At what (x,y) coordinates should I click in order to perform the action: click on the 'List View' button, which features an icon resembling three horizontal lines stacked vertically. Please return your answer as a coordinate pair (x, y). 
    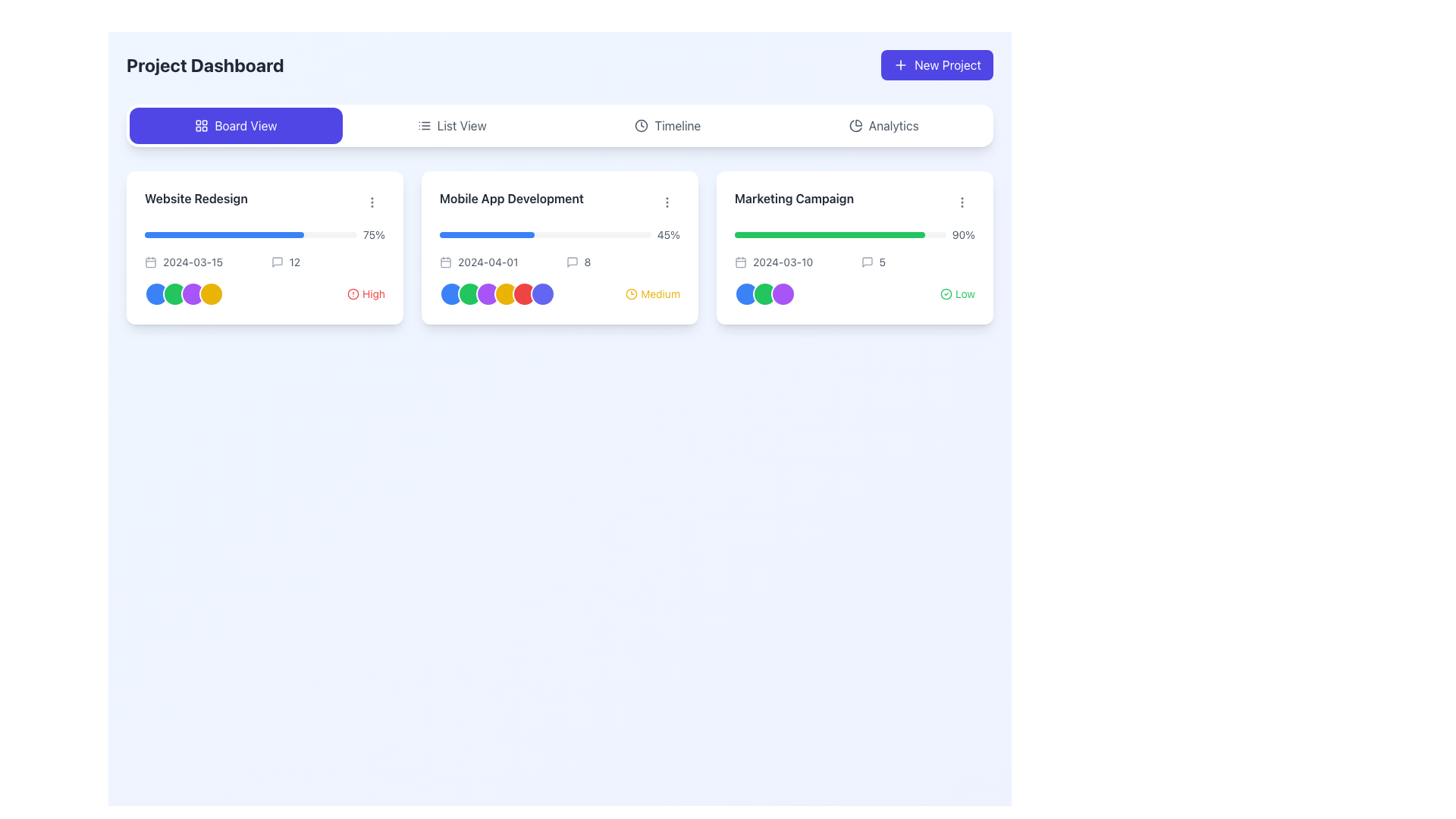
    Looking at the image, I should click on (424, 124).